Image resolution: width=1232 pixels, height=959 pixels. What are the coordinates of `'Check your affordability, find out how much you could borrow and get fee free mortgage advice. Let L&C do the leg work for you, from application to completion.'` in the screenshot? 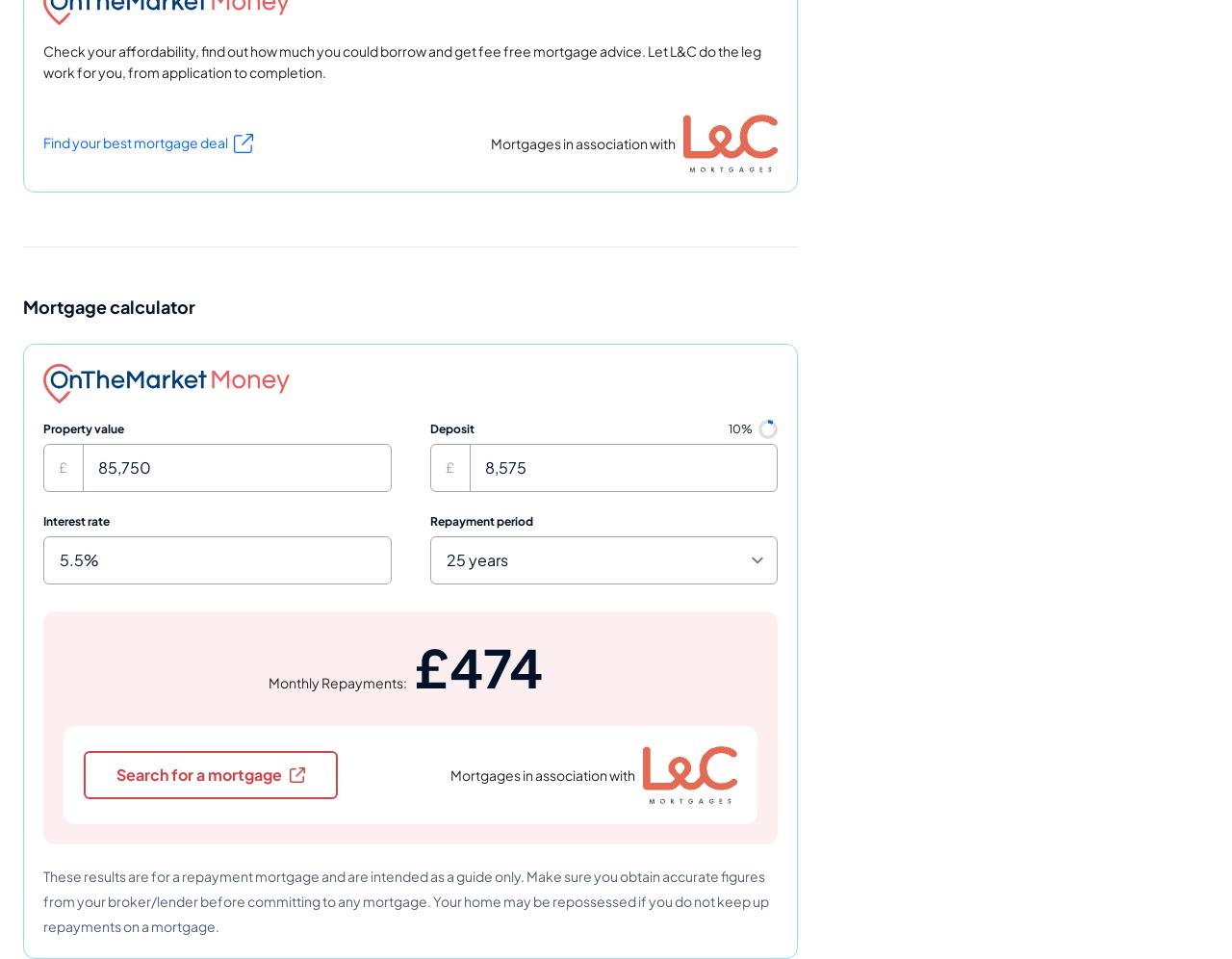 It's located at (43, 60).